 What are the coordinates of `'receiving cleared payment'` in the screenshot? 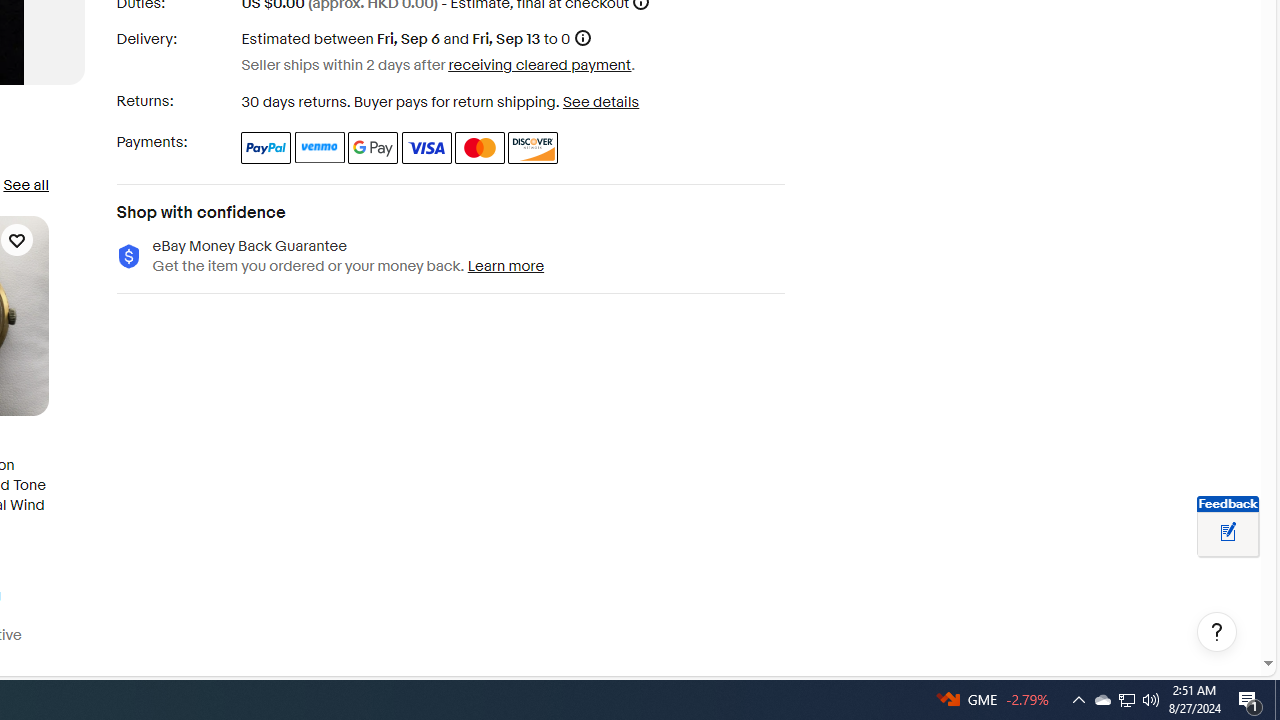 It's located at (540, 63).